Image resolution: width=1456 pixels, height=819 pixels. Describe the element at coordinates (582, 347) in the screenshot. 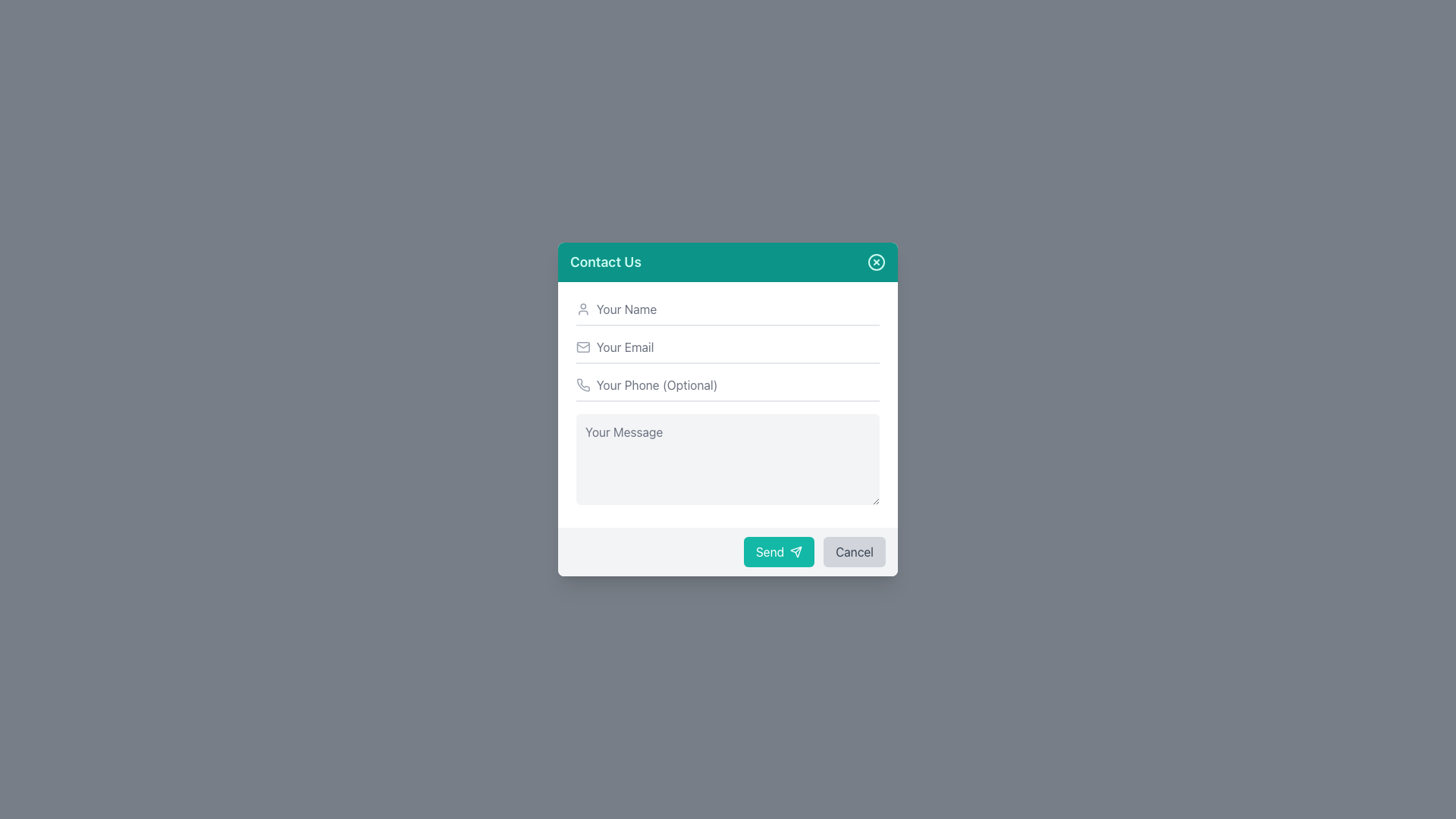

I see `the decorative icon that visually indicates the email input field in the 'Contact Us' form, located below the 'Your Name' input and above the 'Your Phone (Optional)' input` at that location.